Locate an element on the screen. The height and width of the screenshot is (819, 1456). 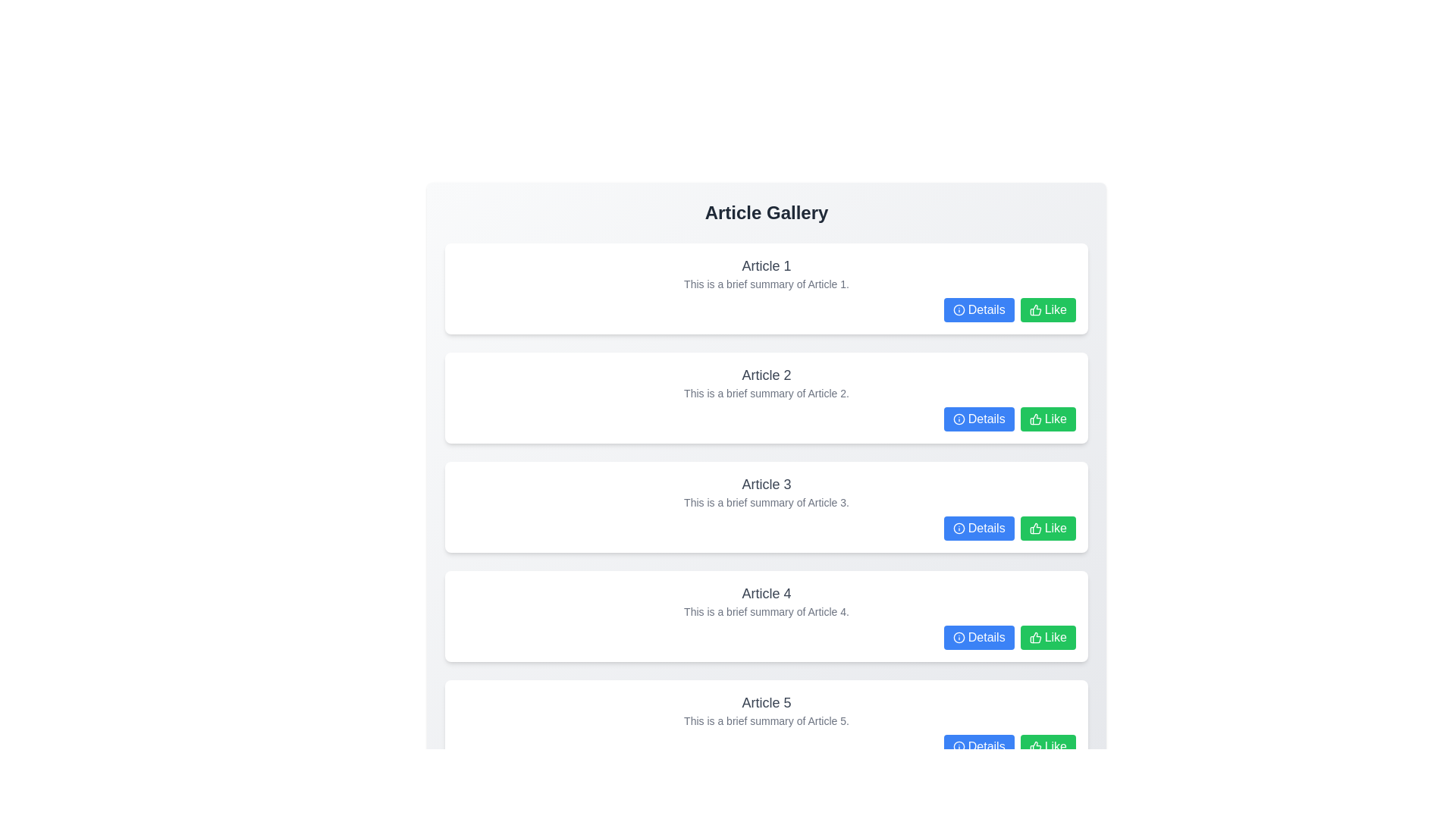
the 'Details' button which contains an information icon with a blue circular outline and a lowercase 'i' inside, positioned to the left of the text 'Details' is located at coordinates (958, 309).